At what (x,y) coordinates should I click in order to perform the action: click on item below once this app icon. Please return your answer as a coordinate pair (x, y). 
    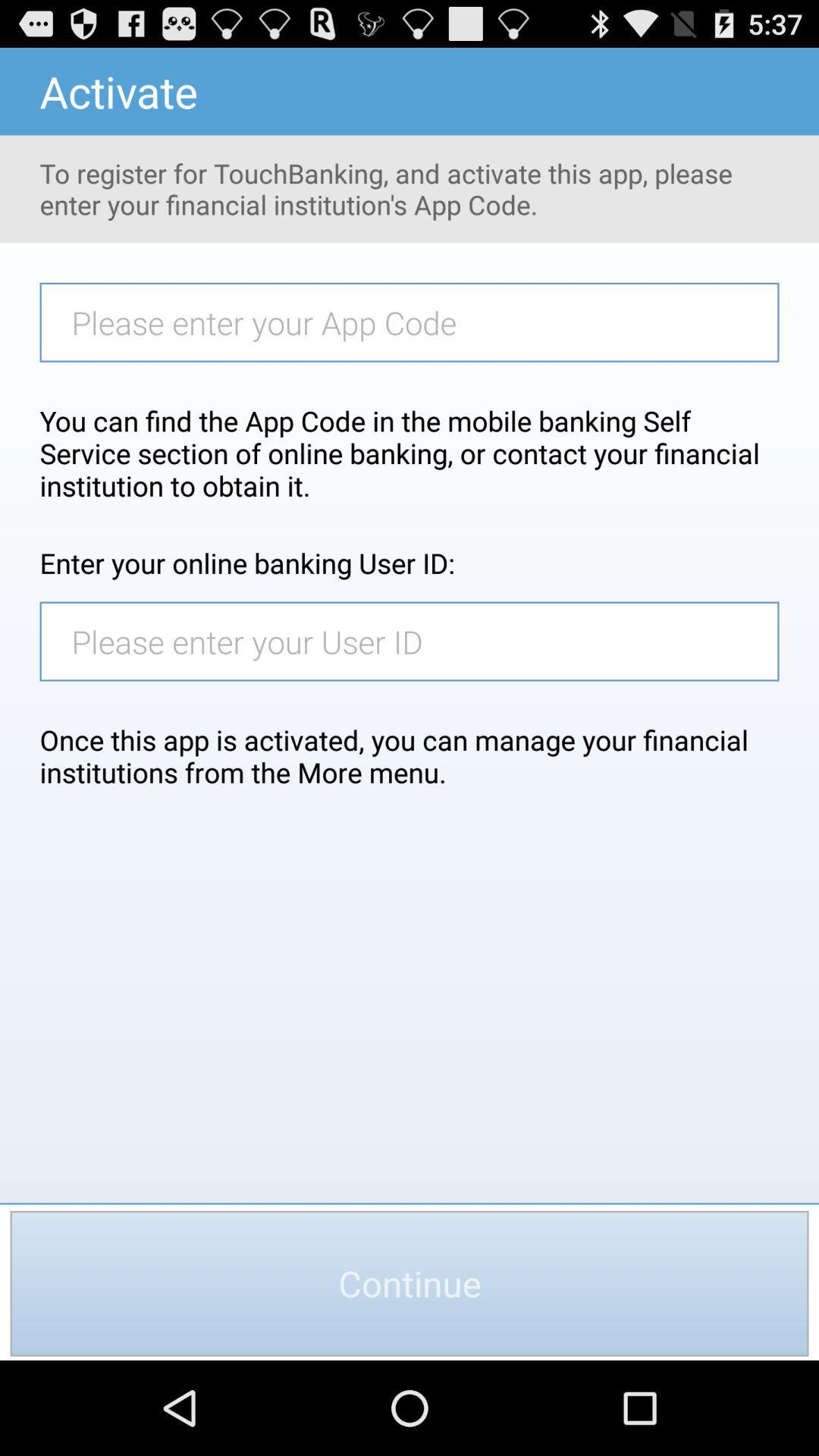
    Looking at the image, I should click on (409, 1282).